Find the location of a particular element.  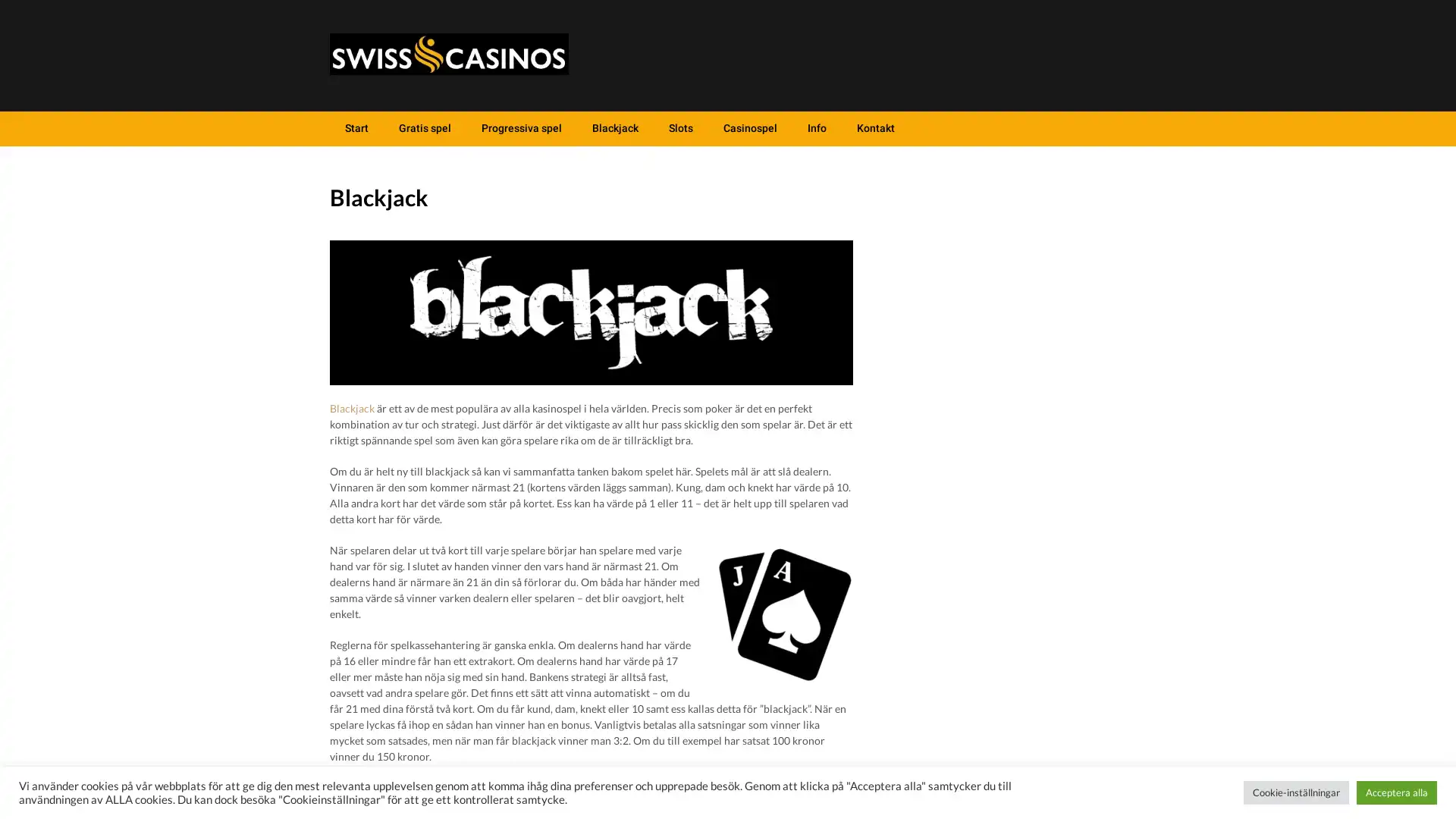

Cookie-installningar is located at coordinates (1295, 792).